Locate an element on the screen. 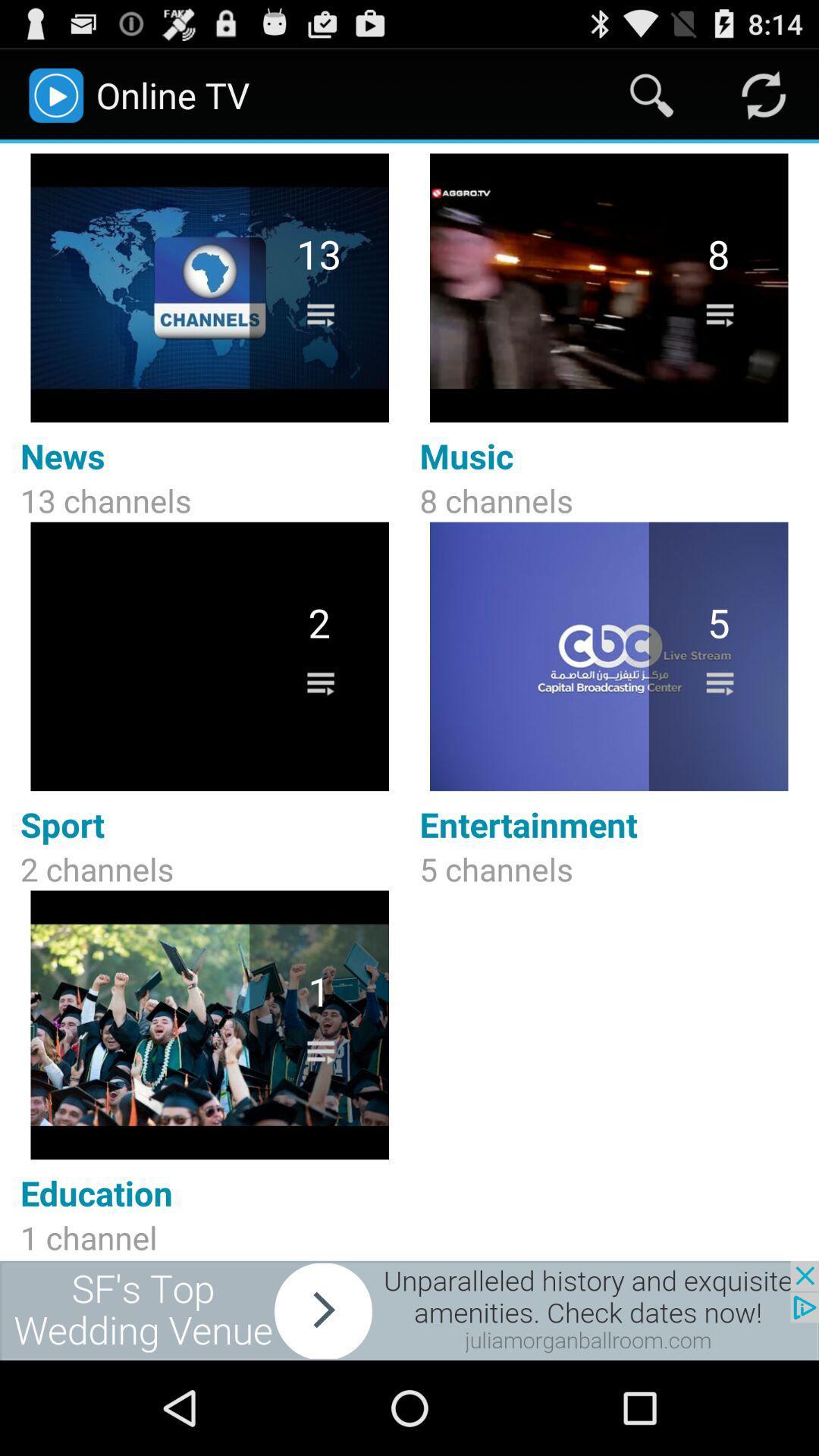  search botten is located at coordinates (651, 94).